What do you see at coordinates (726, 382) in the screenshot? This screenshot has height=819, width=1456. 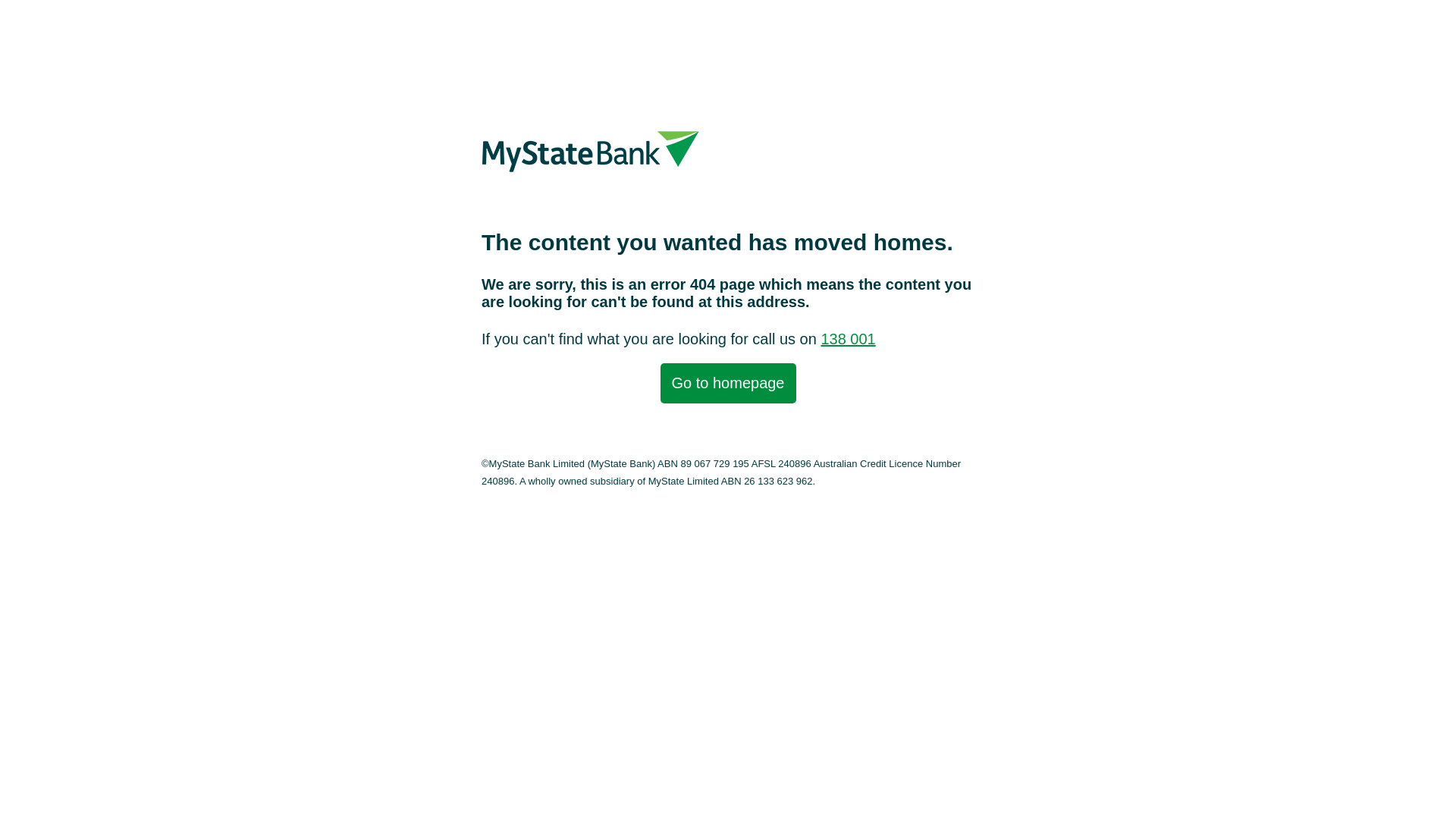 I see `'Go to homepage'` at bounding box center [726, 382].